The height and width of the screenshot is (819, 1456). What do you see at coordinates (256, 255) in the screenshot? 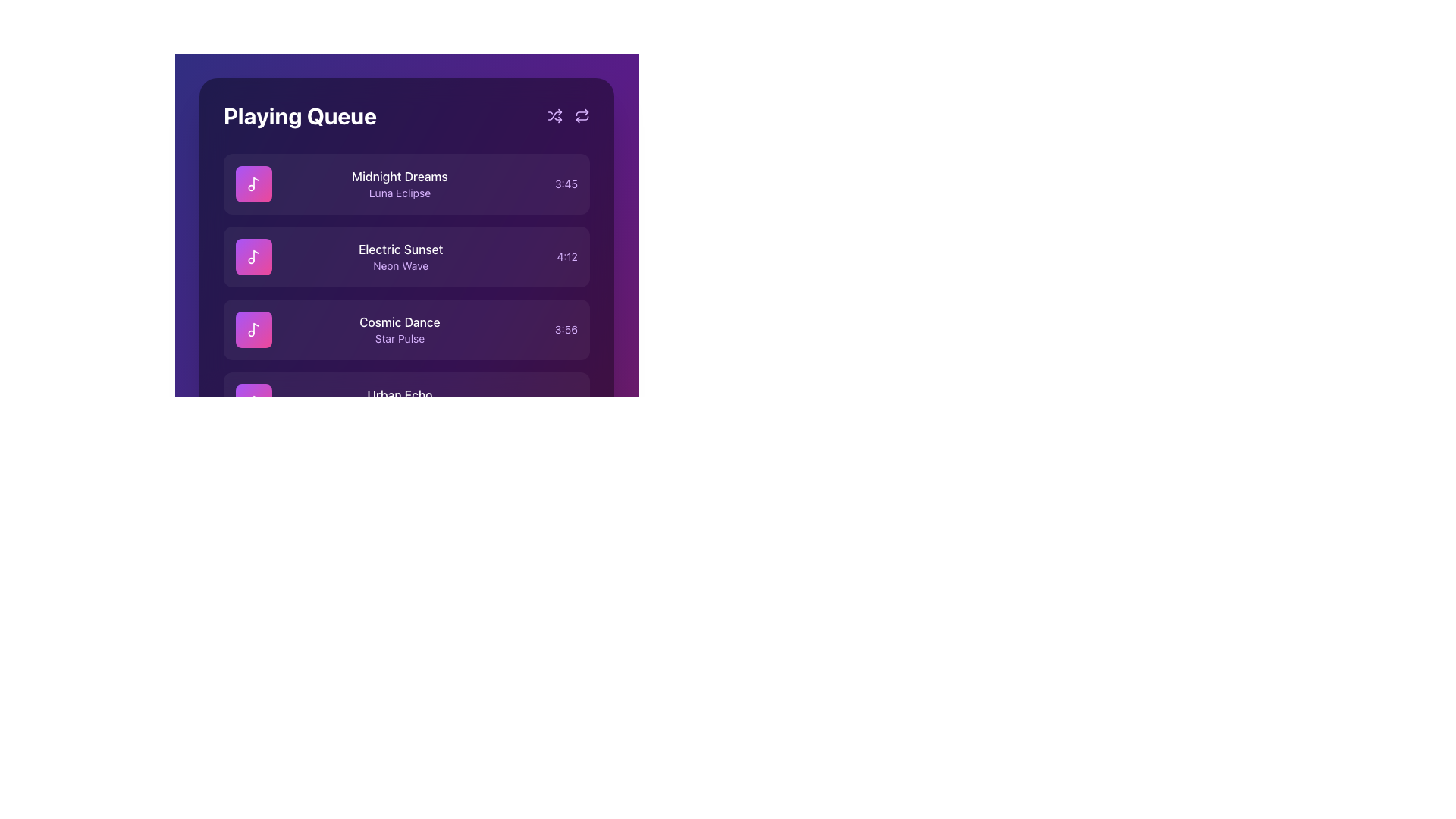
I see `the music track associated with the stylized musical note icon located next to the track titled 'Electric Sunset'` at bounding box center [256, 255].